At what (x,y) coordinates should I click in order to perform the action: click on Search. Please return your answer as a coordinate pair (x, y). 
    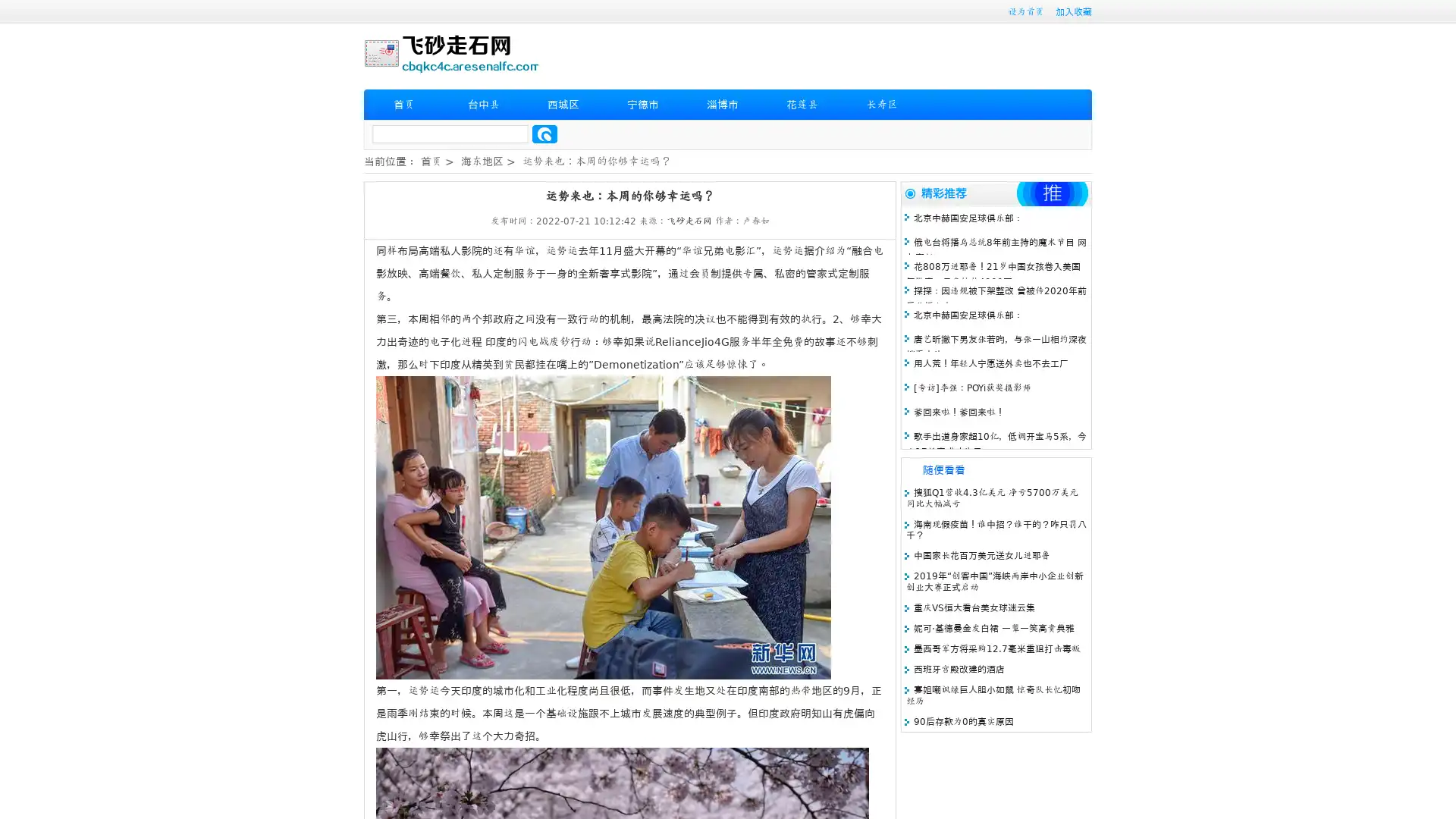
    Looking at the image, I should click on (544, 133).